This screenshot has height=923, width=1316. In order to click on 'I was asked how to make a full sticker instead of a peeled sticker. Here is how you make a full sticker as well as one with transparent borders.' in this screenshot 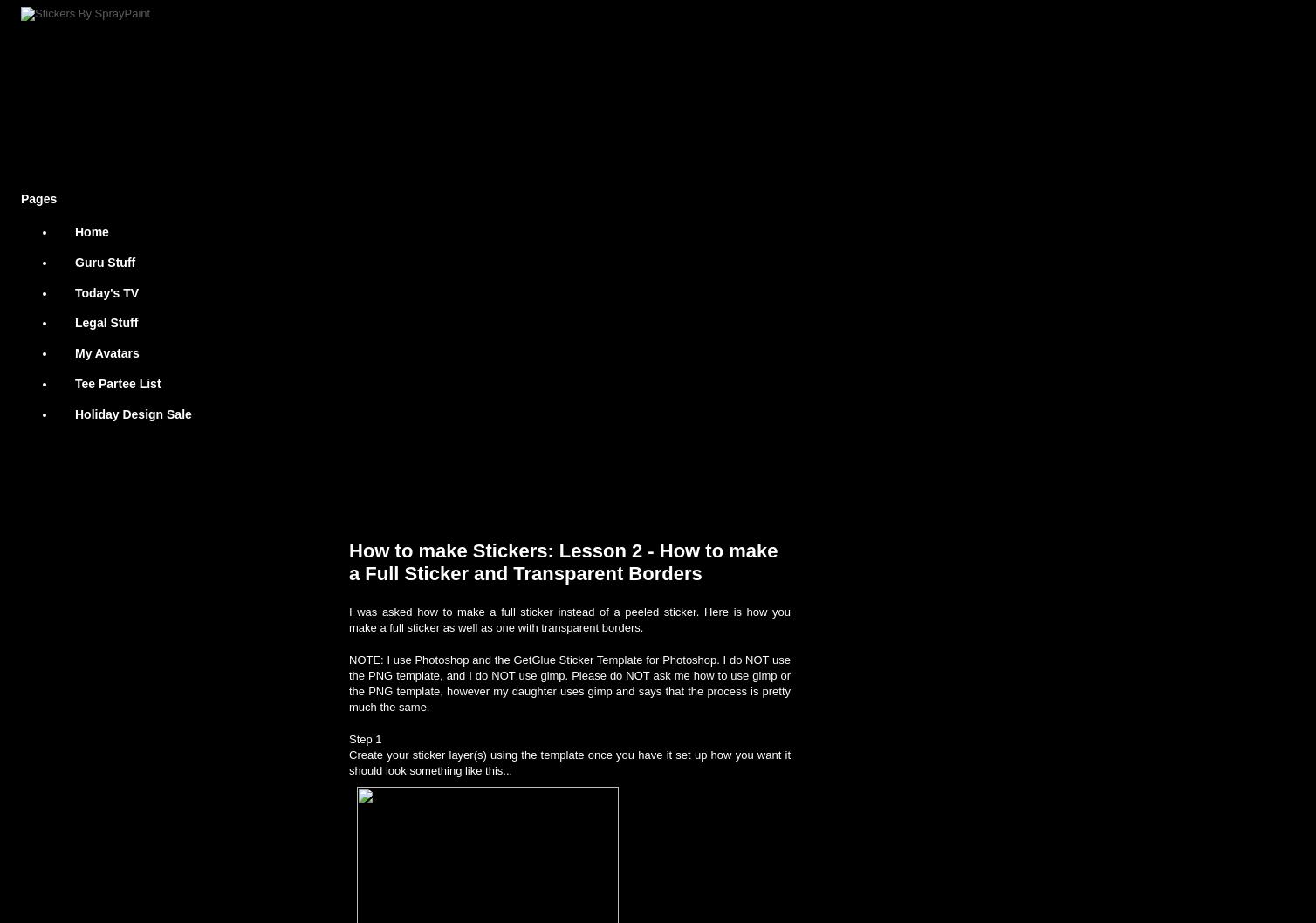, I will do `click(568, 619)`.